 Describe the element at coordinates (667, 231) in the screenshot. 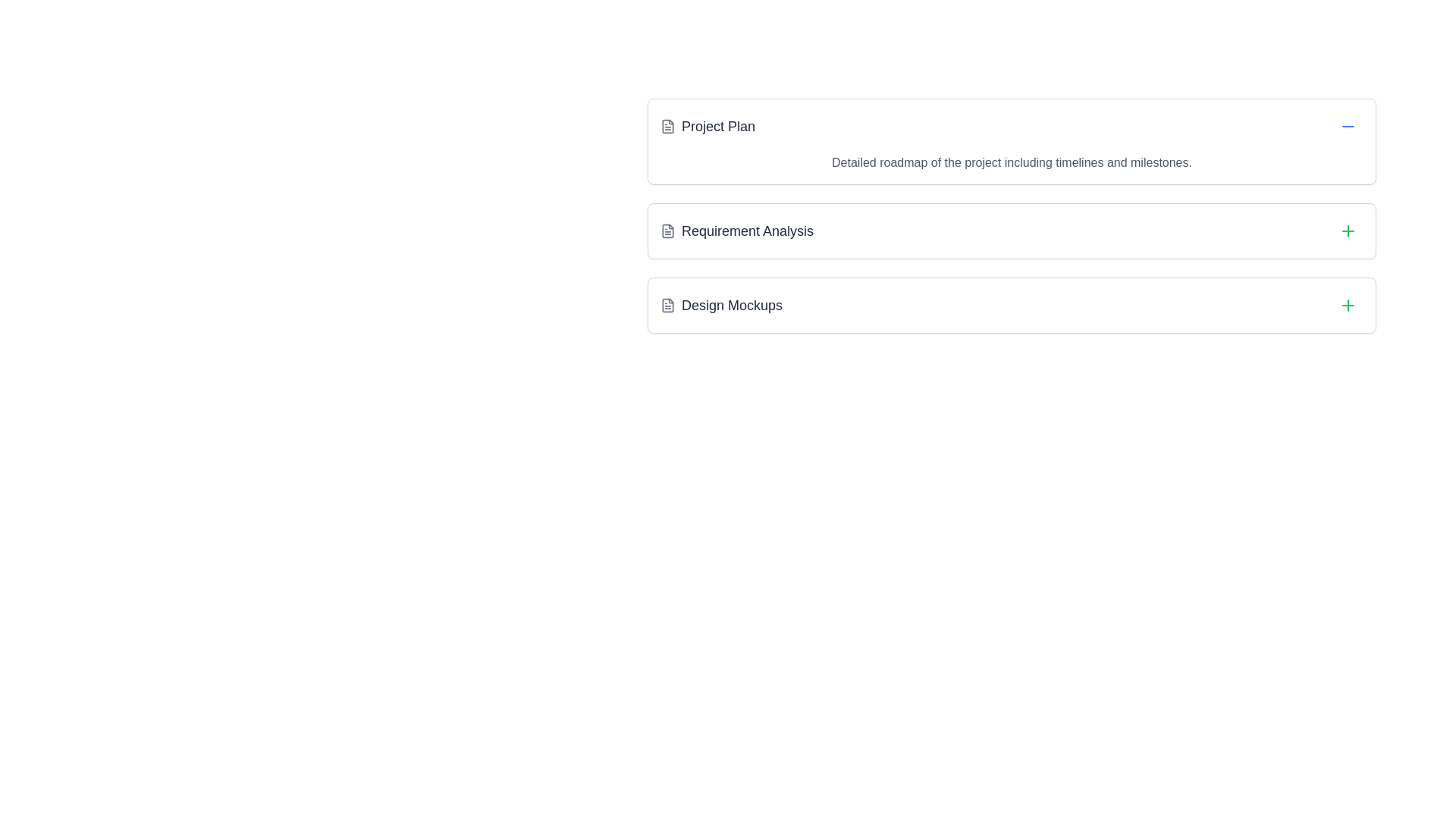

I see `the icon representing the file or document associated with the 'Requirement Analysis' section` at that location.